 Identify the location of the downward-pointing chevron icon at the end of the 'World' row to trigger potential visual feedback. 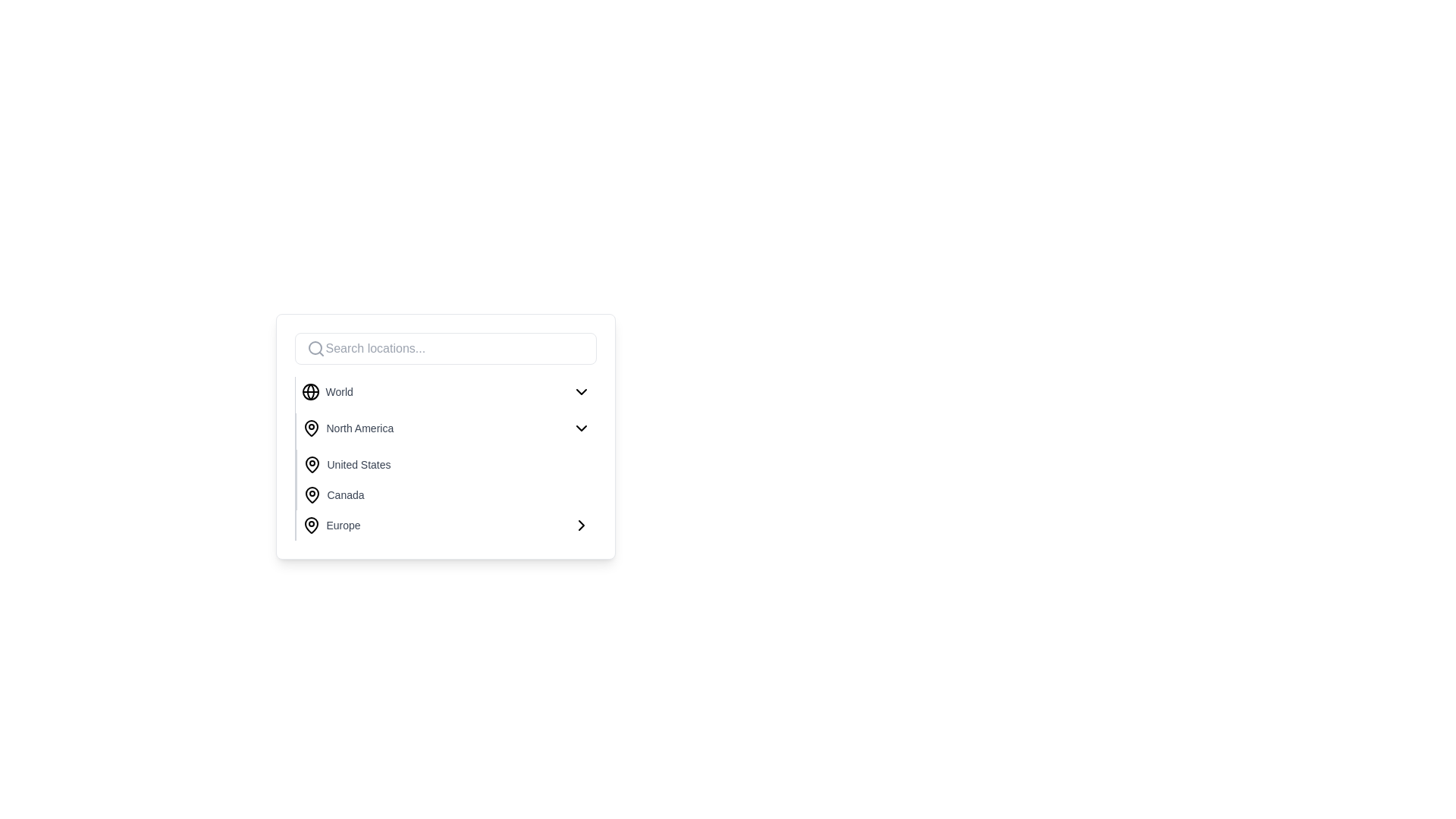
(580, 391).